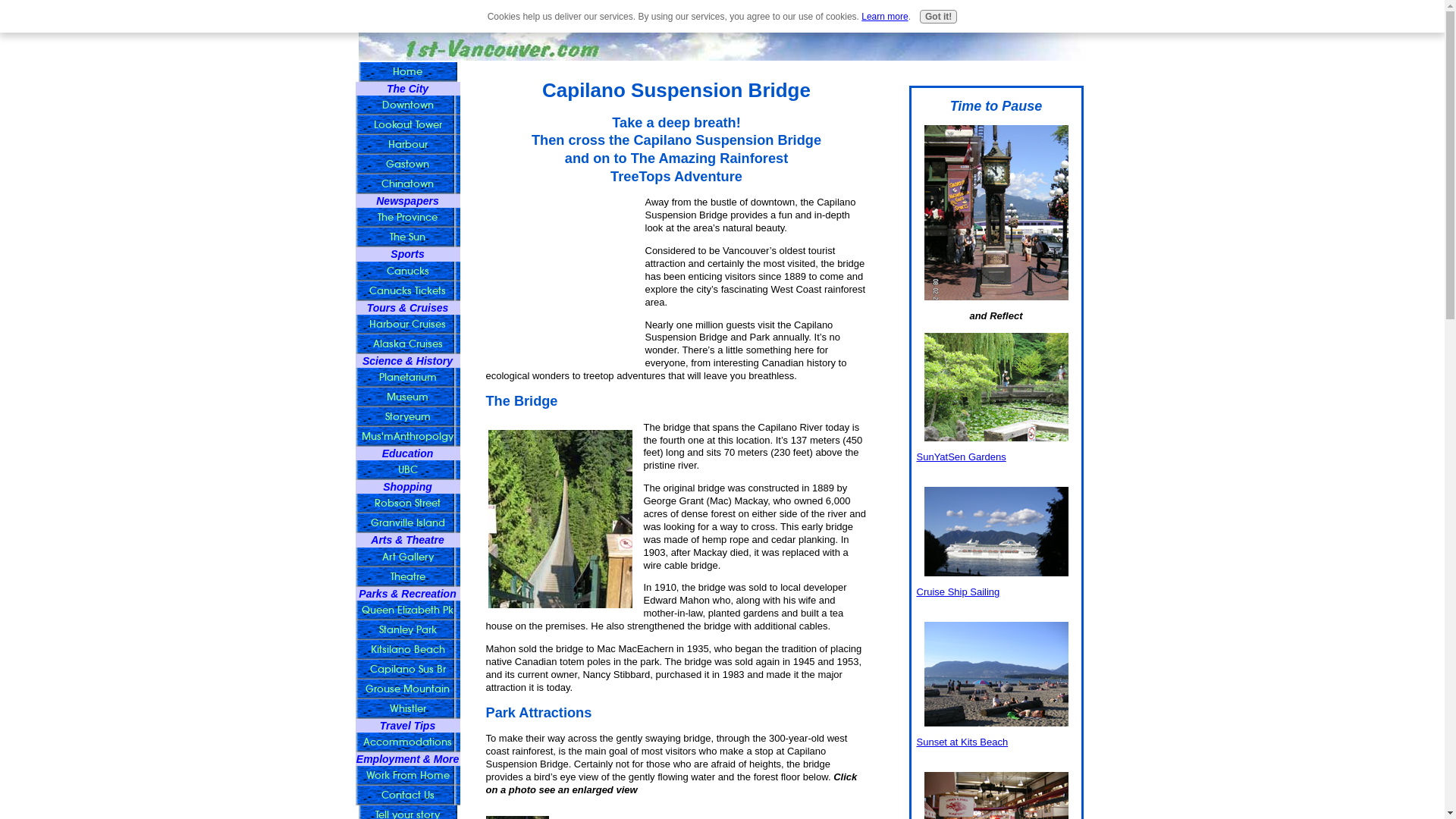  Describe the element at coordinates (407, 648) in the screenshot. I see `'Kitsilano Beach'` at that location.